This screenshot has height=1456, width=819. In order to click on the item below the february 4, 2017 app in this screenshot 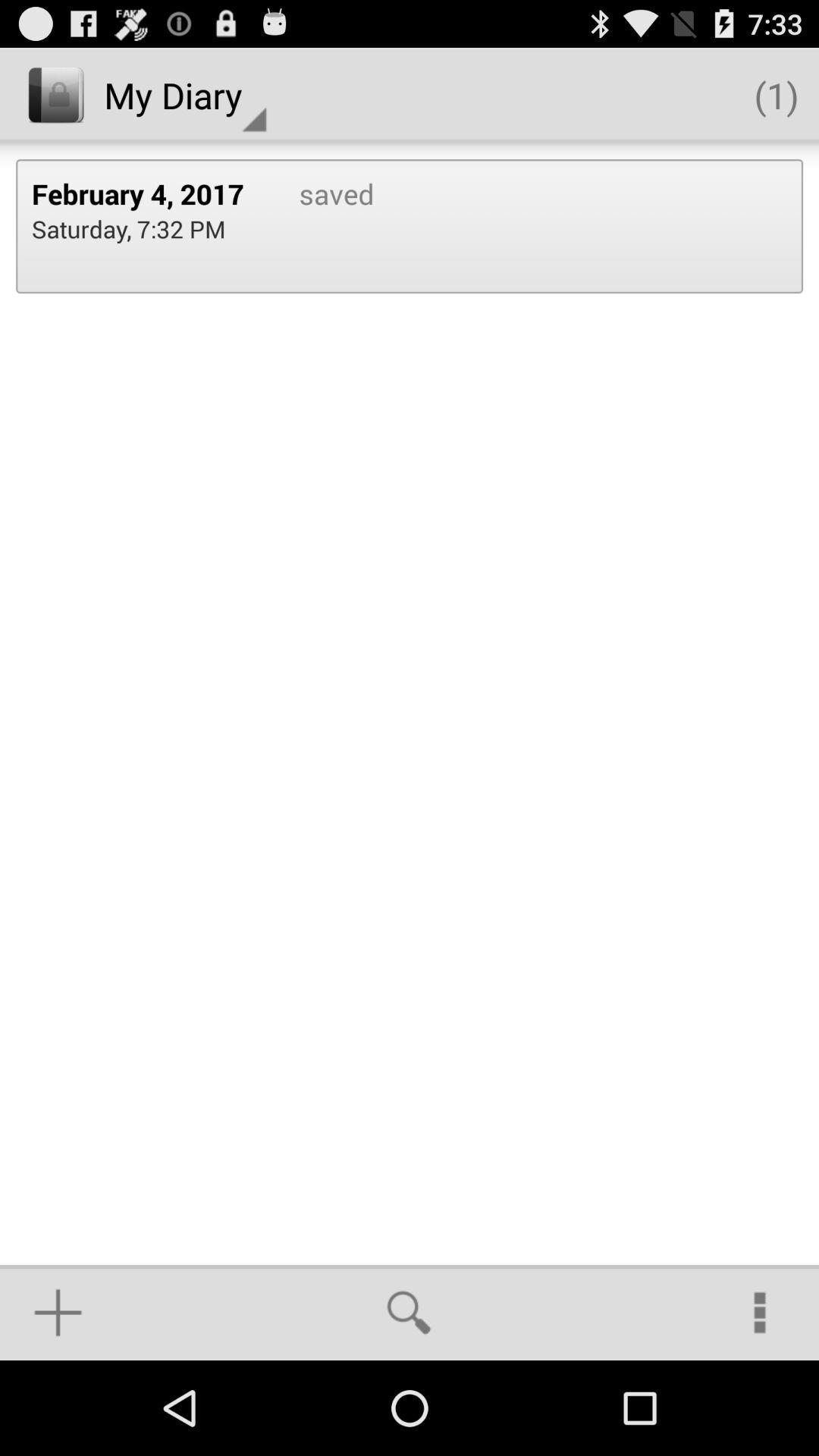, I will do `click(127, 227)`.